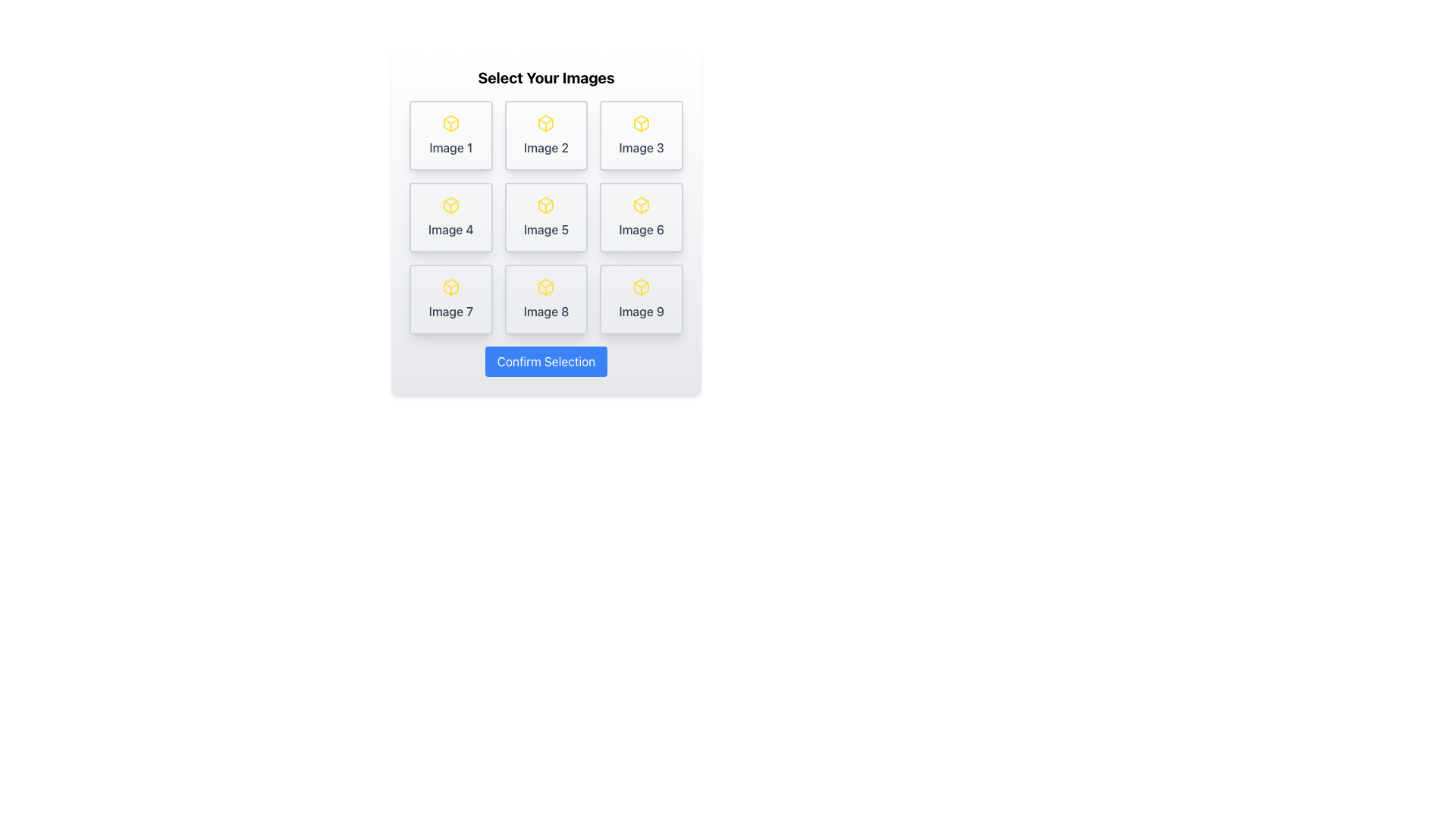  I want to click on small triangular icon outlined in yellow, which is located within a box icon on the interface, so click(642, 285).